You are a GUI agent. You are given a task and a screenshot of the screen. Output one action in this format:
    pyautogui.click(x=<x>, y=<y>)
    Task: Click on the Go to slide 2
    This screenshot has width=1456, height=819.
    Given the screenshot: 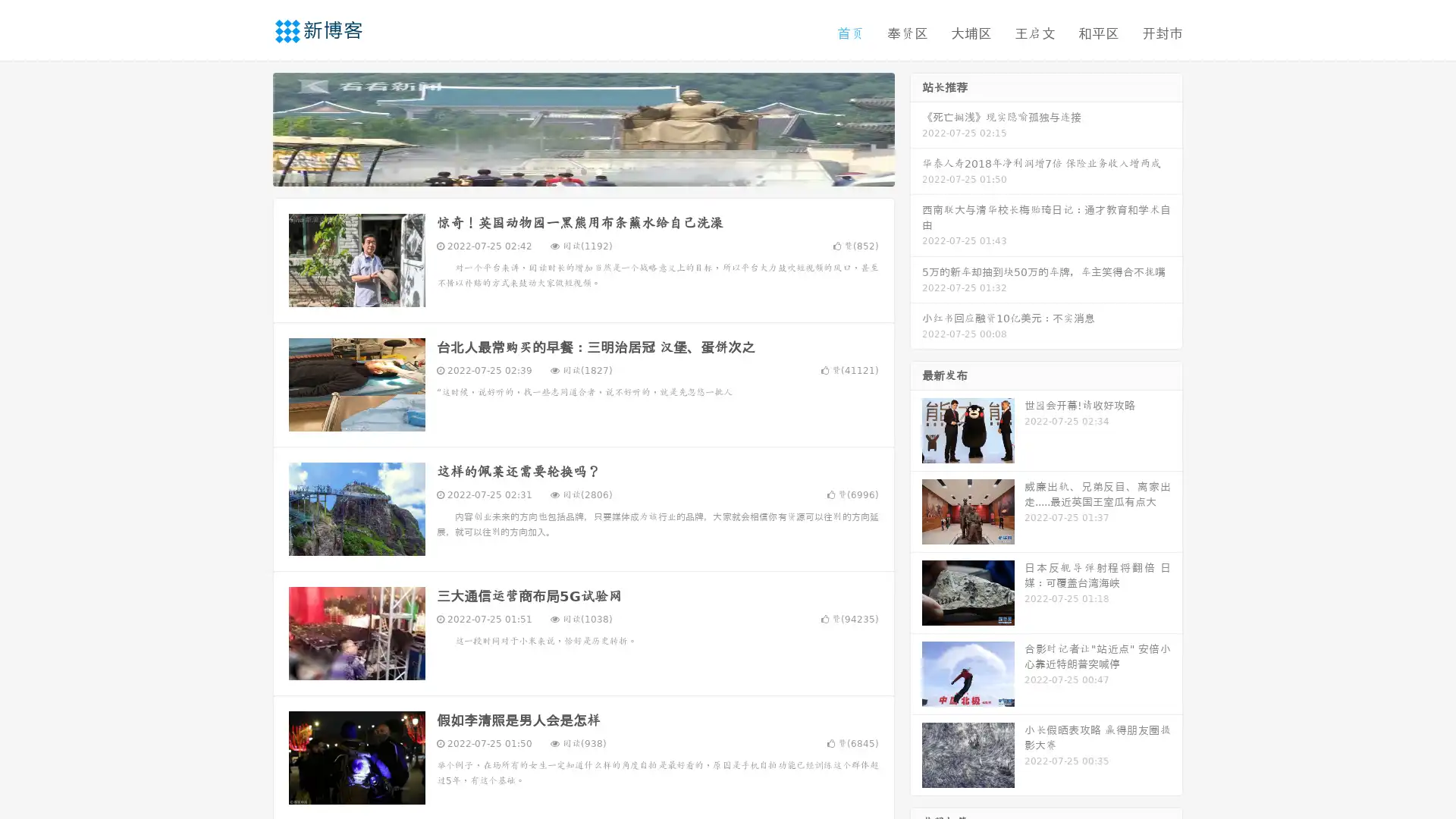 What is the action you would take?
    pyautogui.click(x=582, y=171)
    